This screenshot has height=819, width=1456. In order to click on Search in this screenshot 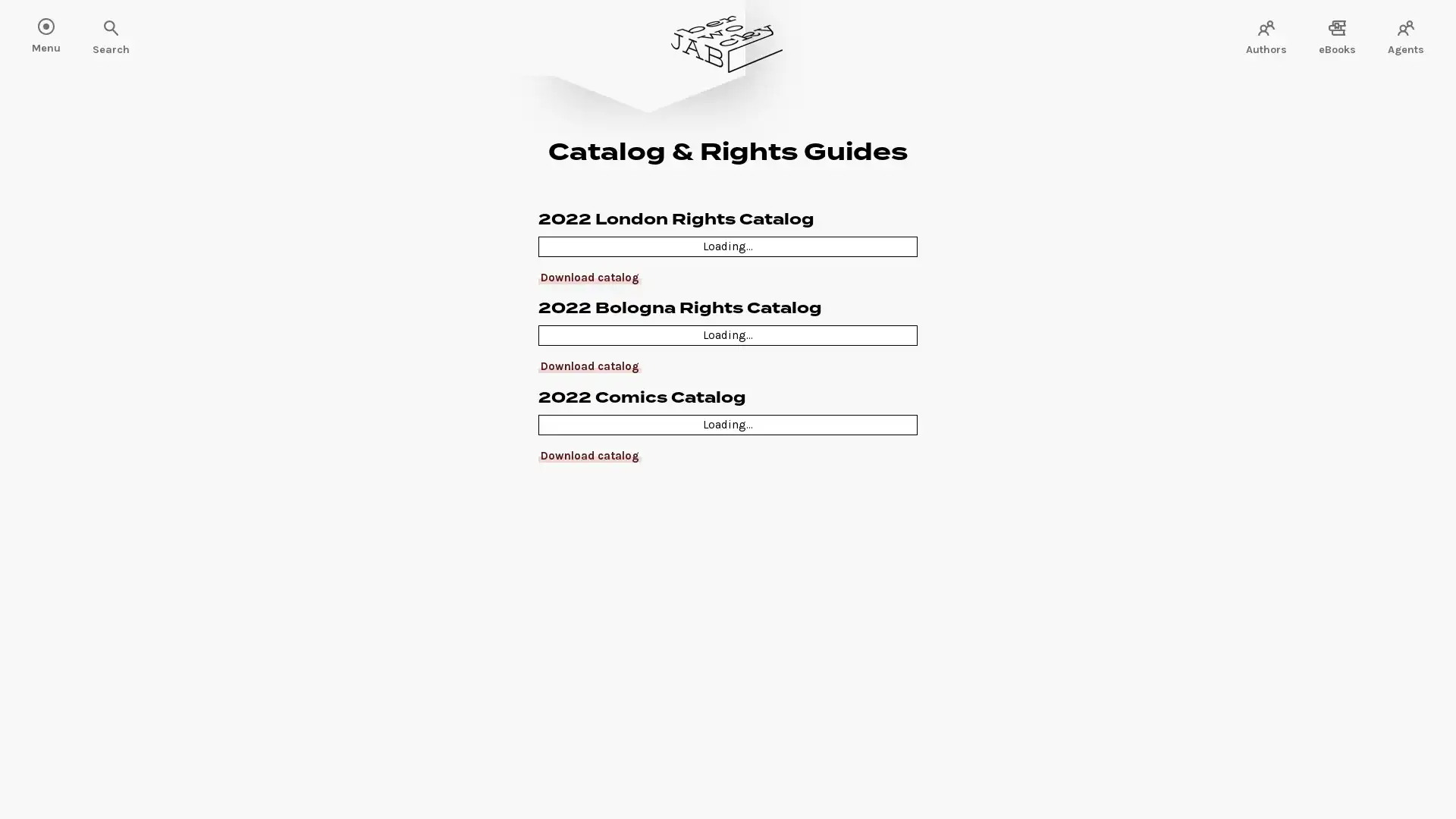, I will do `click(61, 29)`.